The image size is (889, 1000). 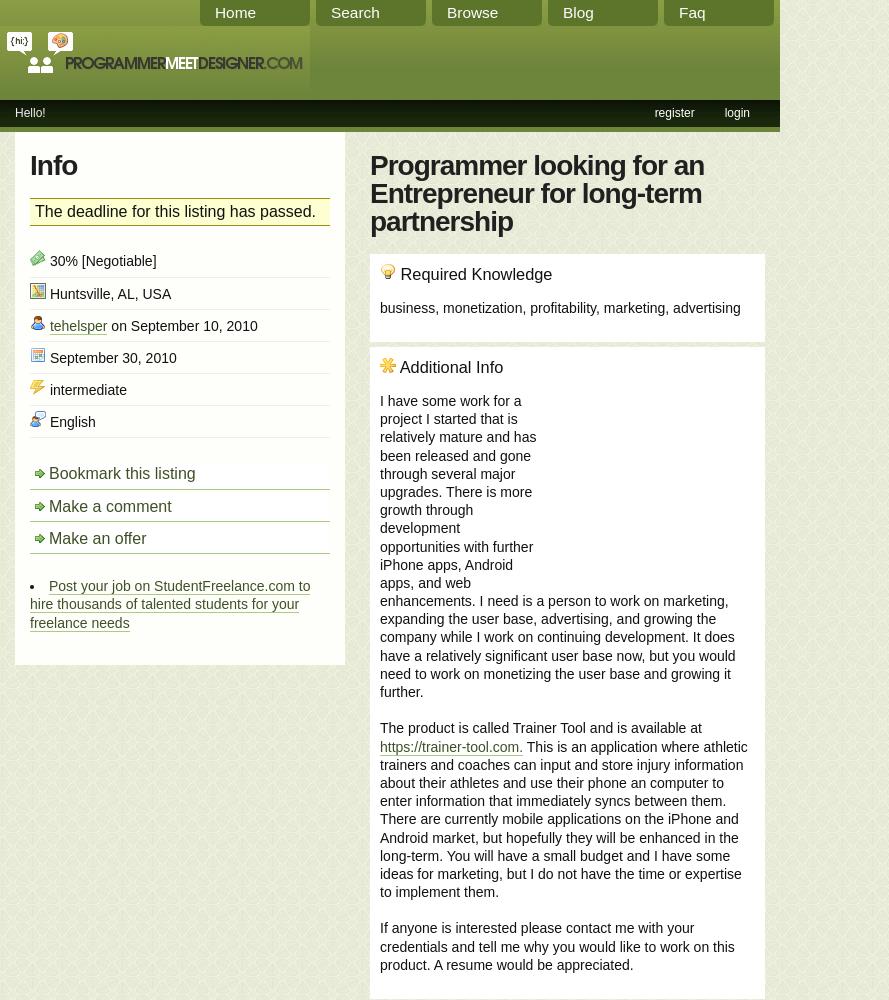 I want to click on 'Huntsville, AL, USA', so click(x=107, y=293).